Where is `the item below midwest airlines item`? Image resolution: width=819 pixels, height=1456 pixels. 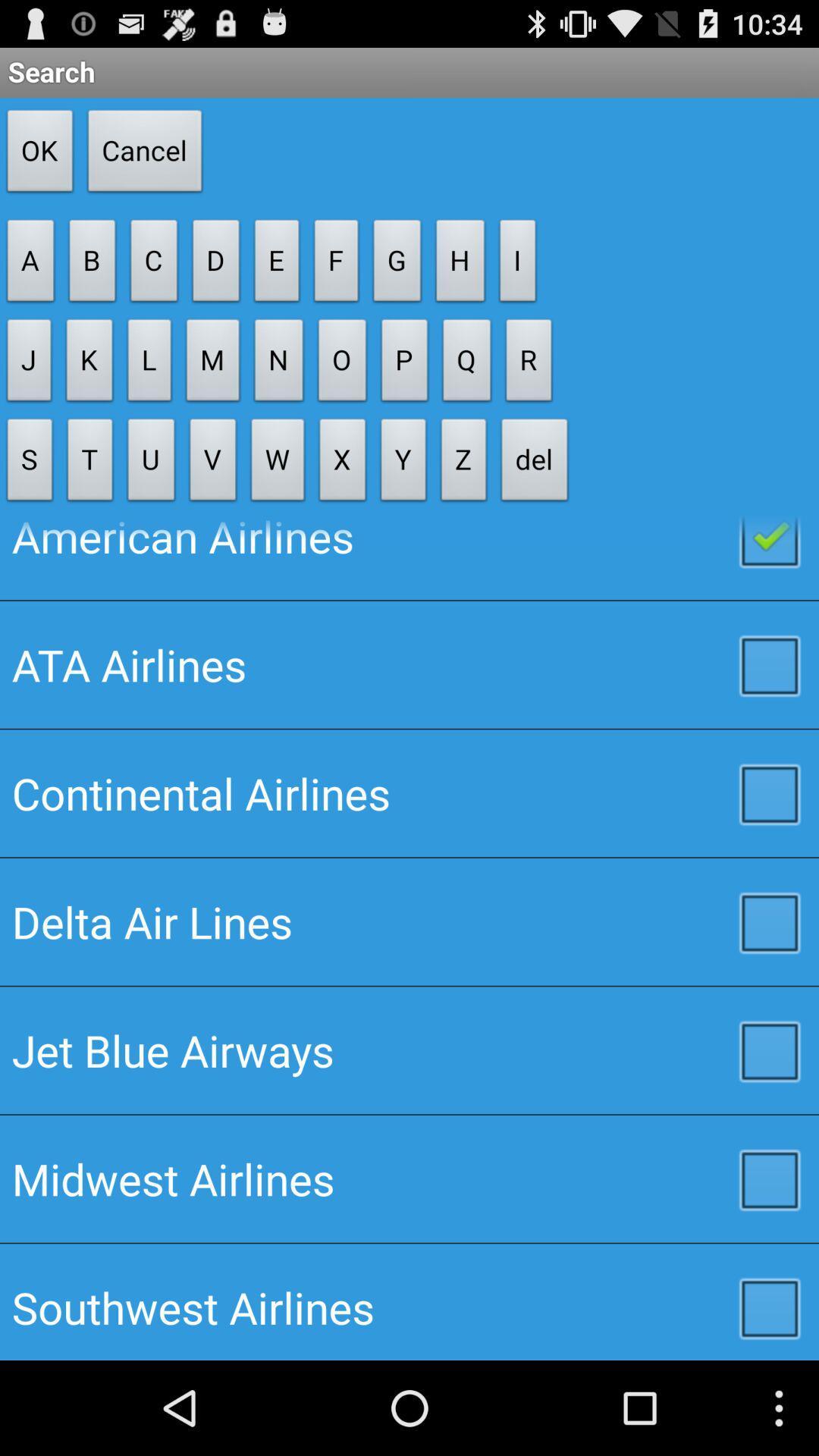 the item below midwest airlines item is located at coordinates (409, 1301).